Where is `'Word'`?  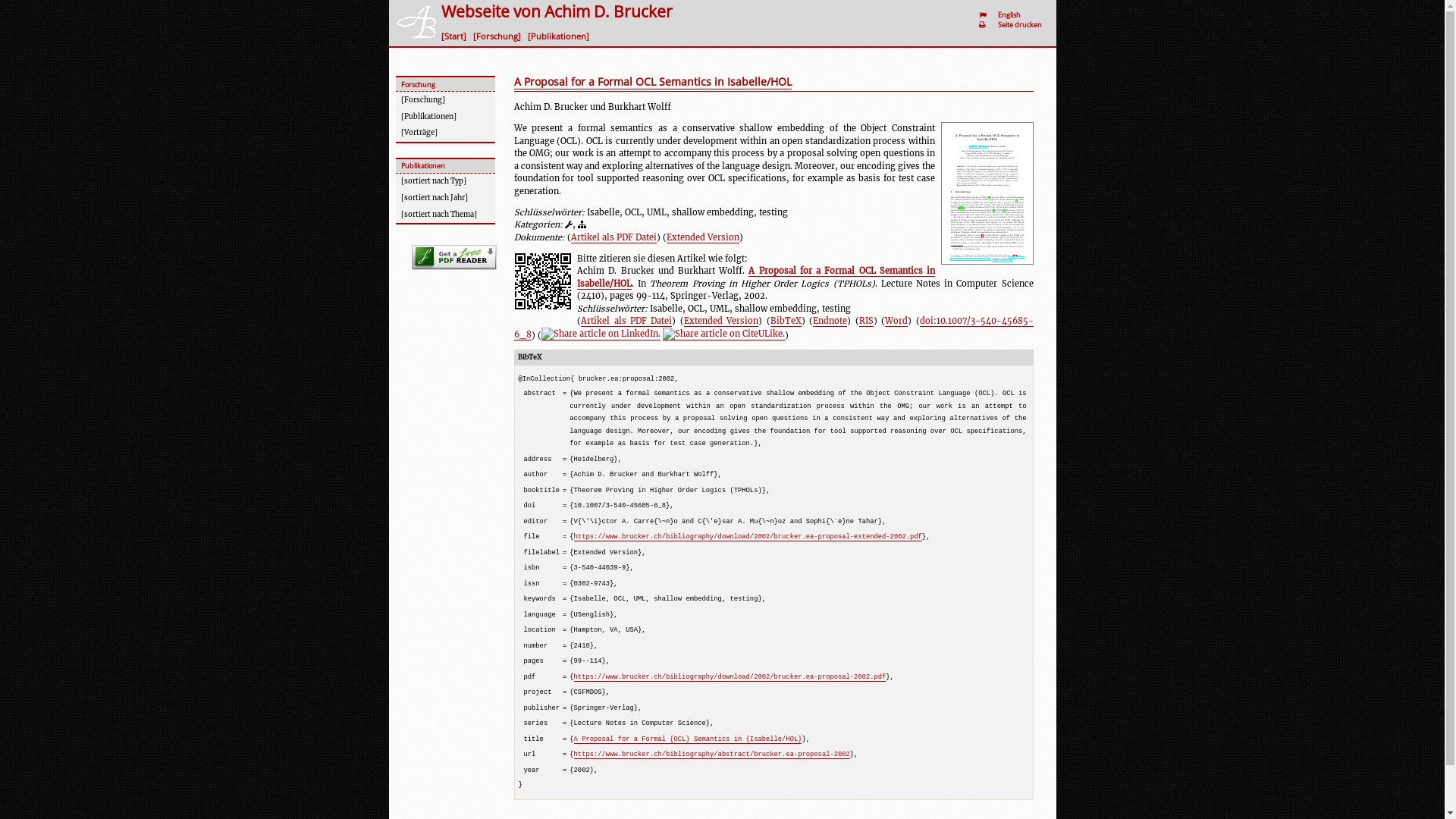 'Word' is located at coordinates (896, 320).